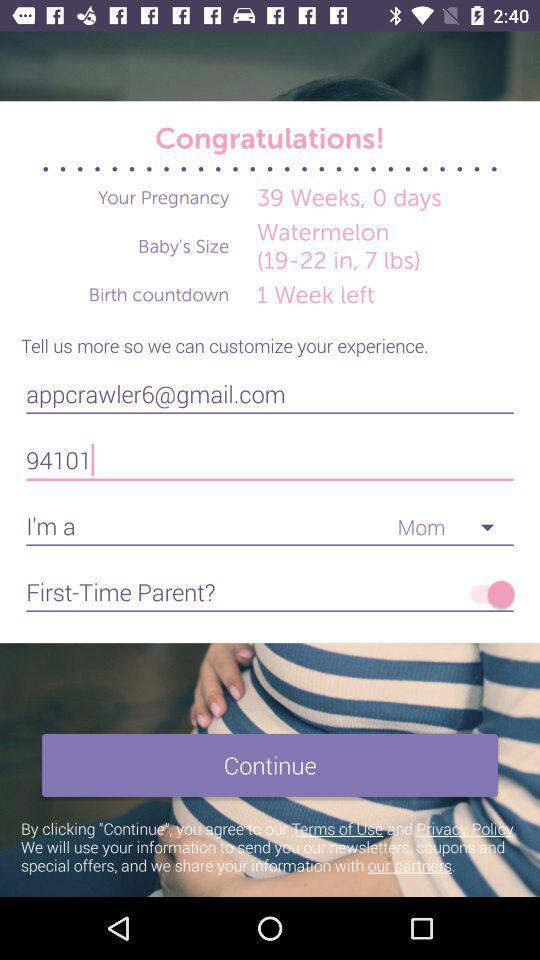  Describe the element at coordinates (270, 393) in the screenshot. I see `the icon above the 94101 icon` at that location.